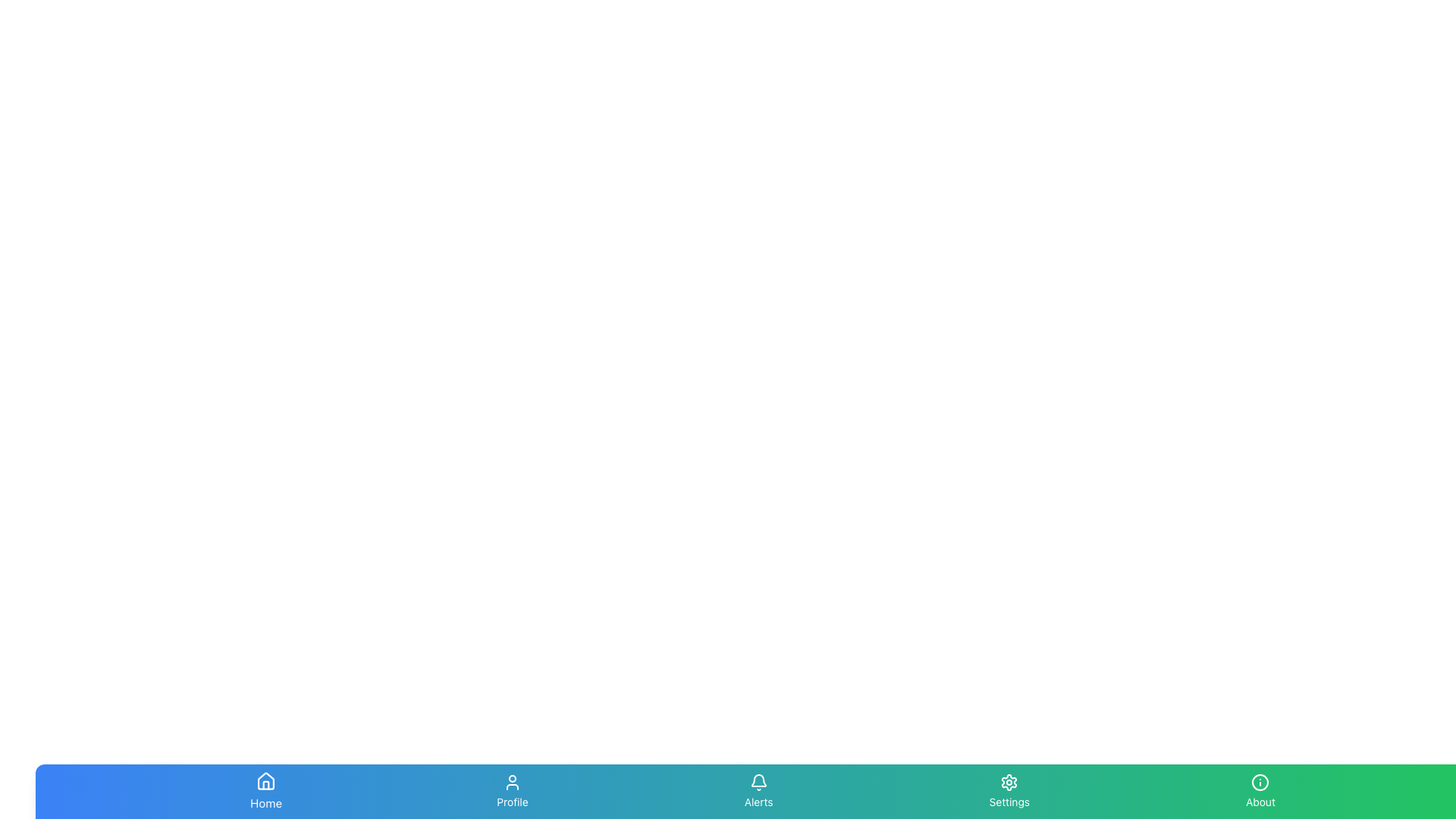 The image size is (1456, 819). What do you see at coordinates (266, 791) in the screenshot?
I see `the 'Home' button with a house icon located in the bottom navigation bar` at bounding box center [266, 791].